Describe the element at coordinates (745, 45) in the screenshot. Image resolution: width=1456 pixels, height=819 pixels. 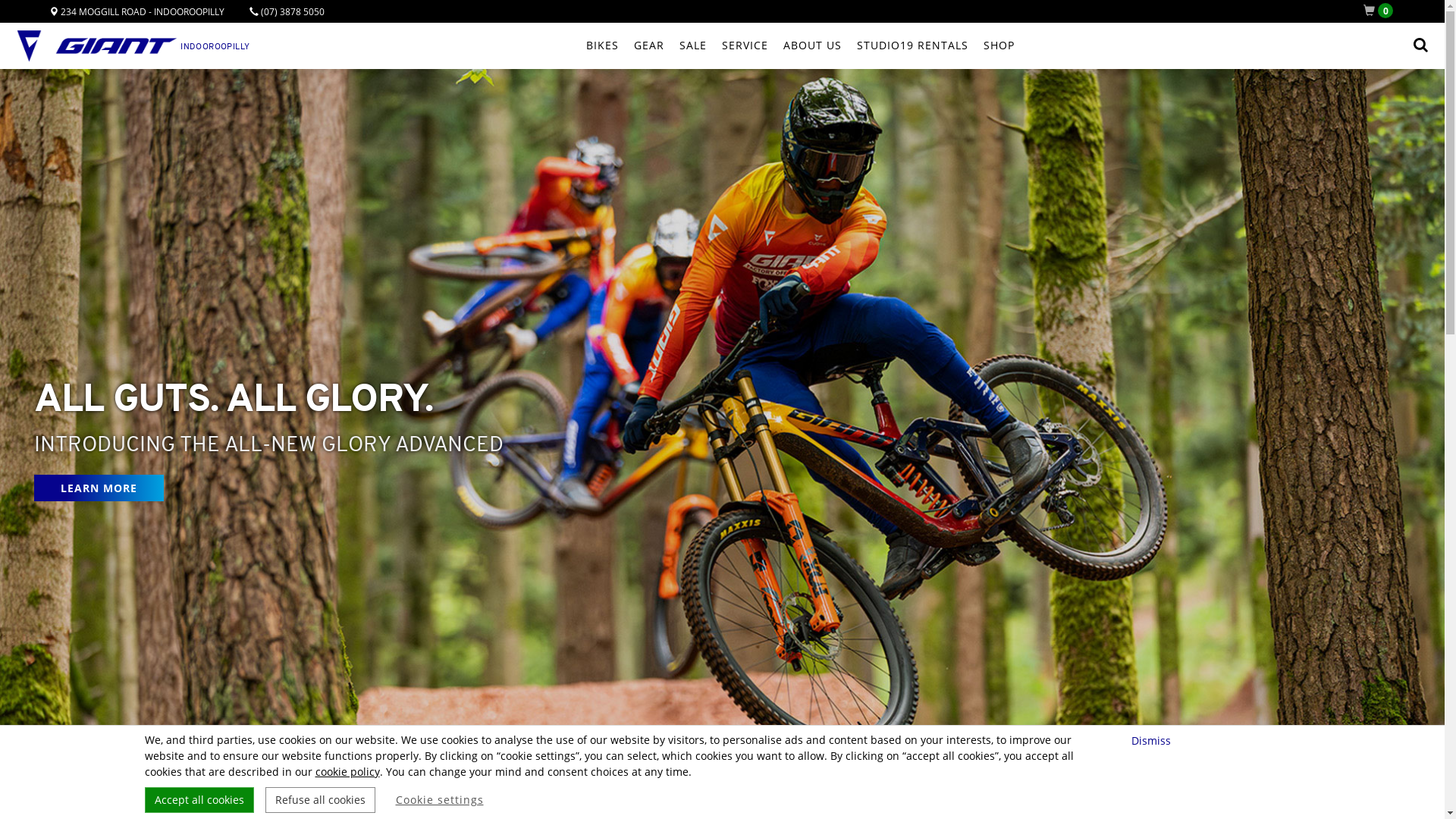
I see `'SERVICE'` at that location.